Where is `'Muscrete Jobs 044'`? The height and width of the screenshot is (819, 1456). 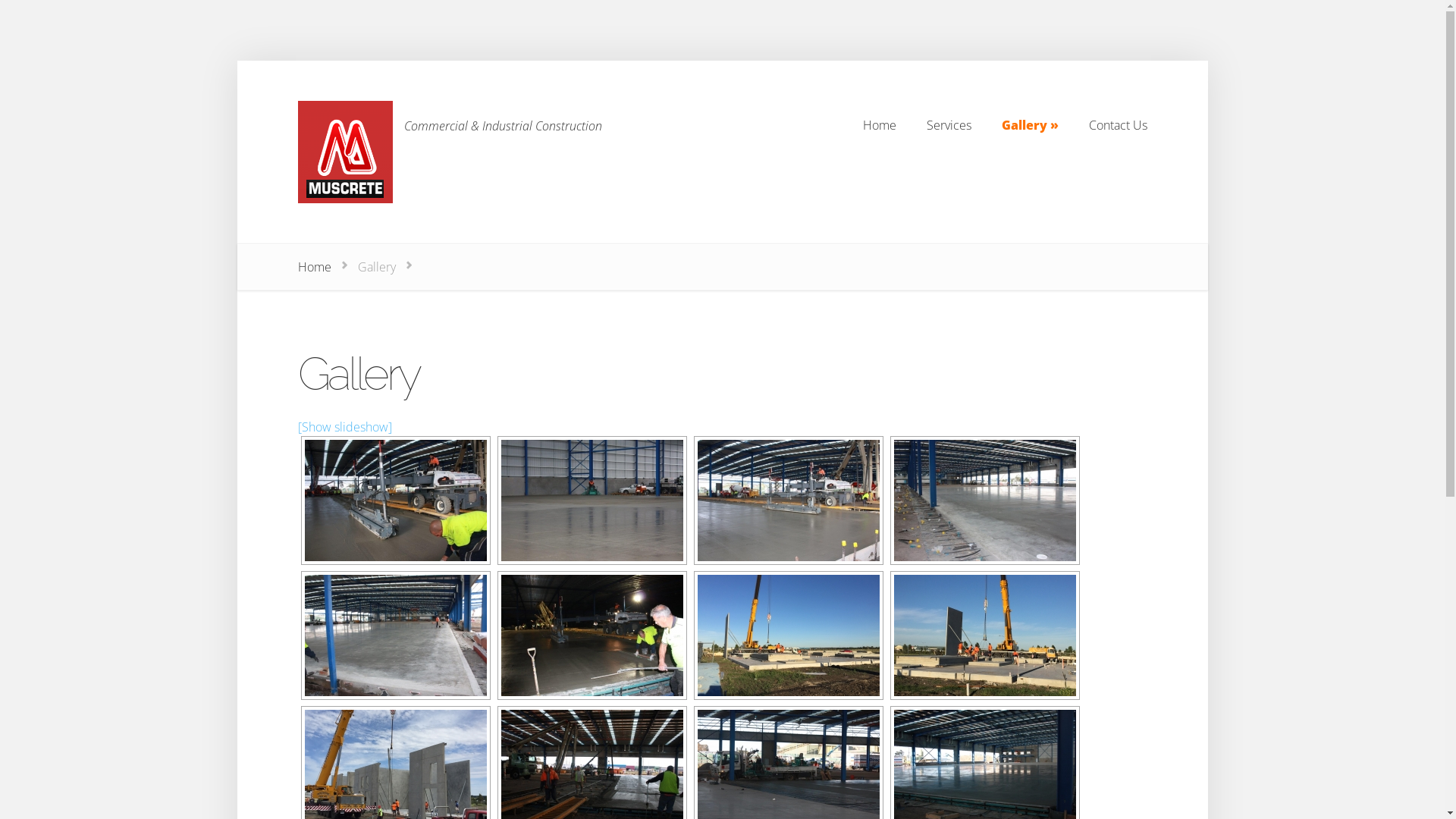 'Muscrete Jobs 044' is located at coordinates (787, 500).